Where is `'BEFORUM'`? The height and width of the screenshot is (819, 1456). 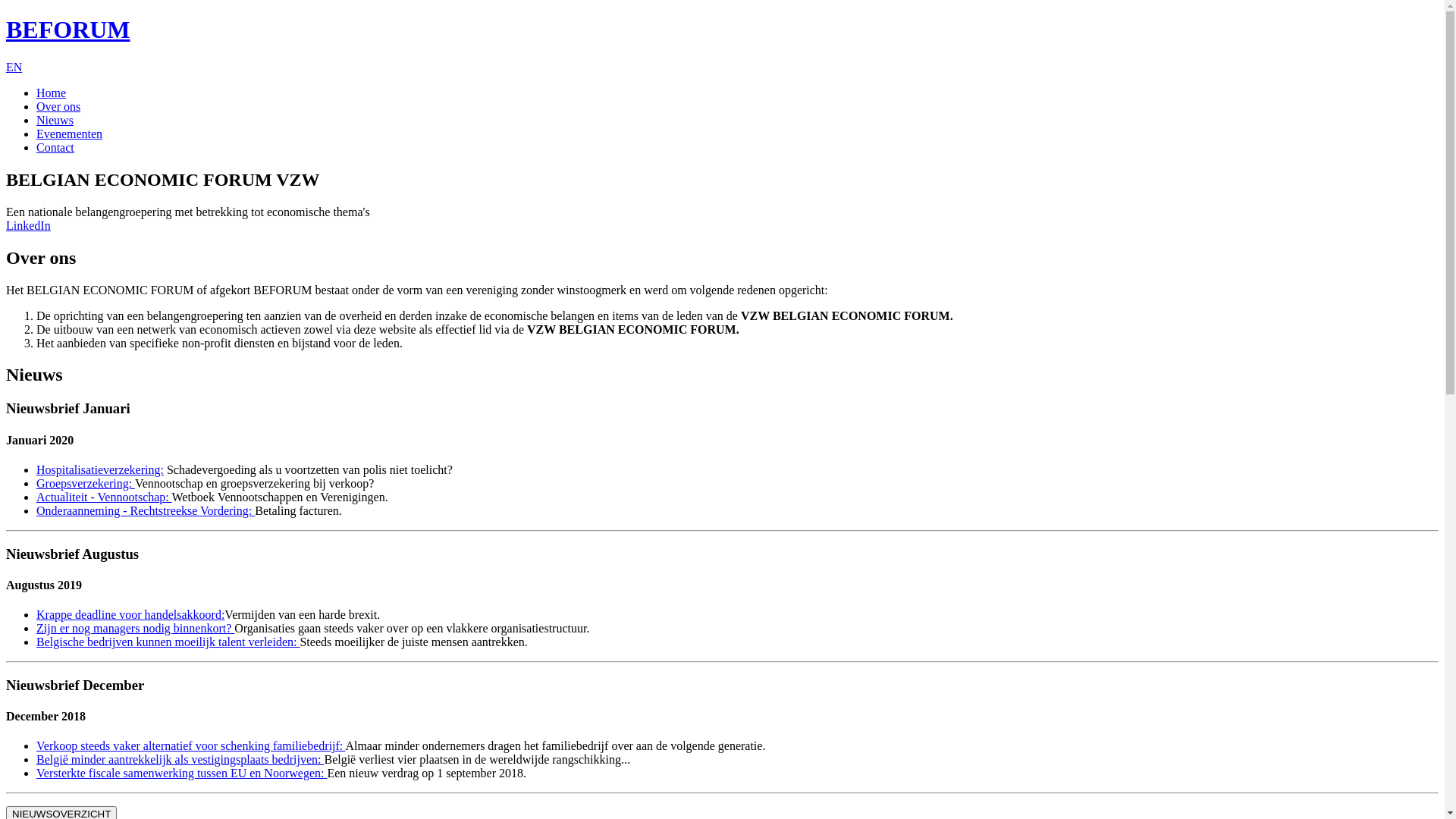
'BEFORUM' is located at coordinates (6, 29).